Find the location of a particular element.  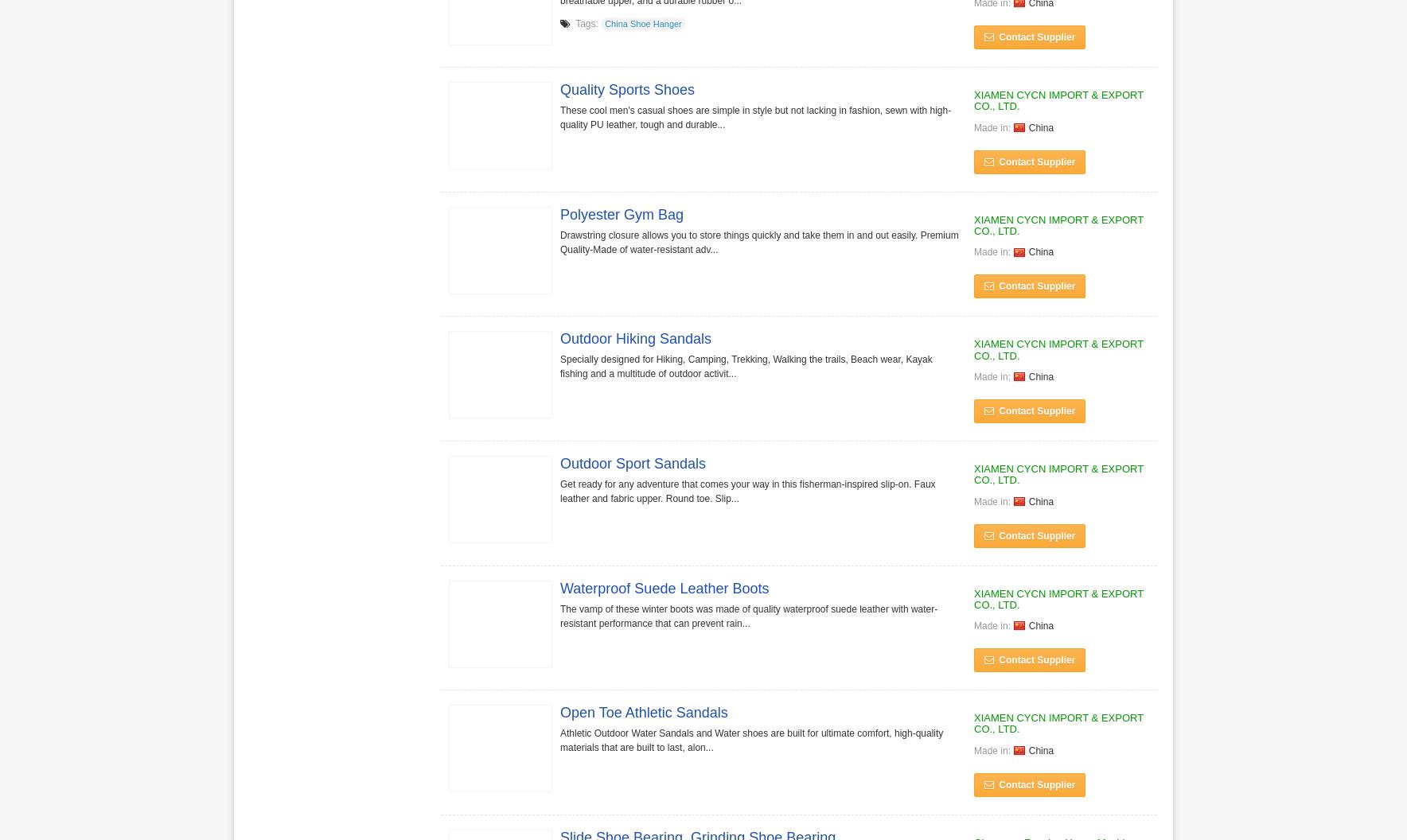

'Outdoor Hiking Sandals' is located at coordinates (635, 338).